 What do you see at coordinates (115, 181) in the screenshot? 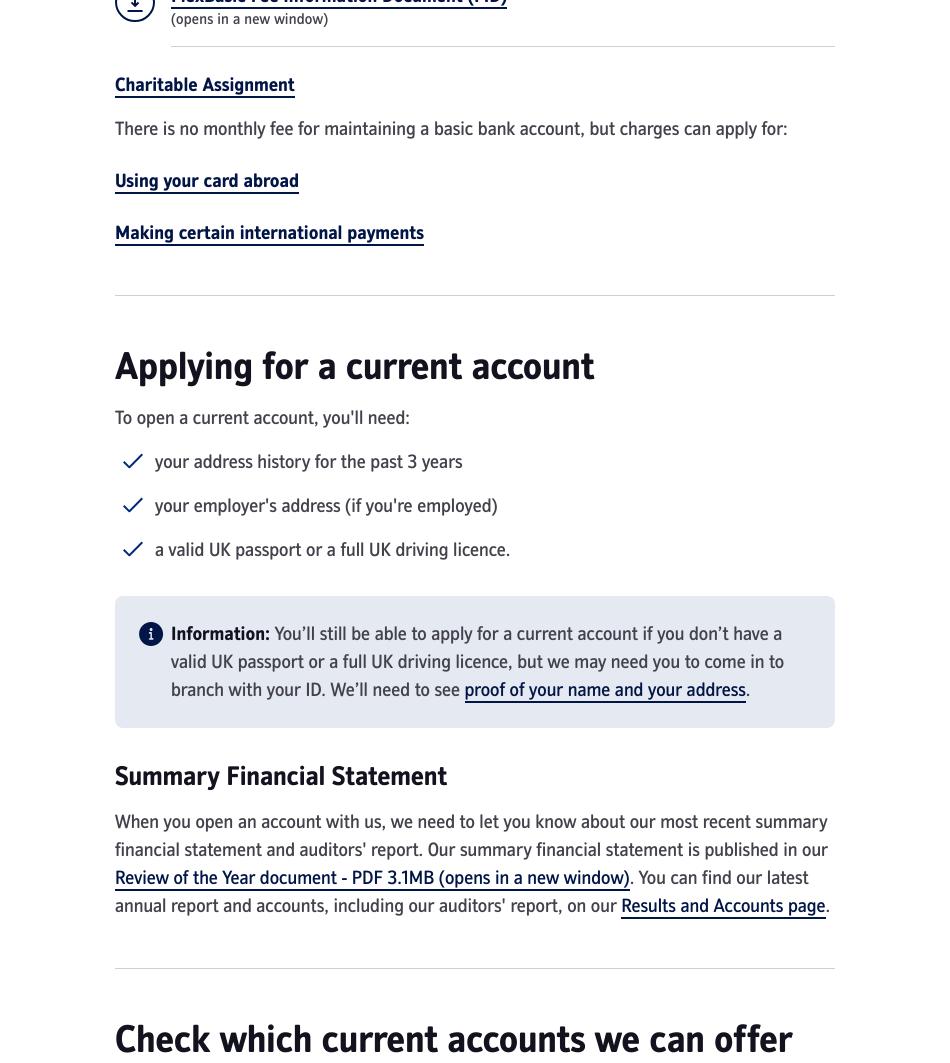
I see `'Using your card abroad'` at bounding box center [115, 181].